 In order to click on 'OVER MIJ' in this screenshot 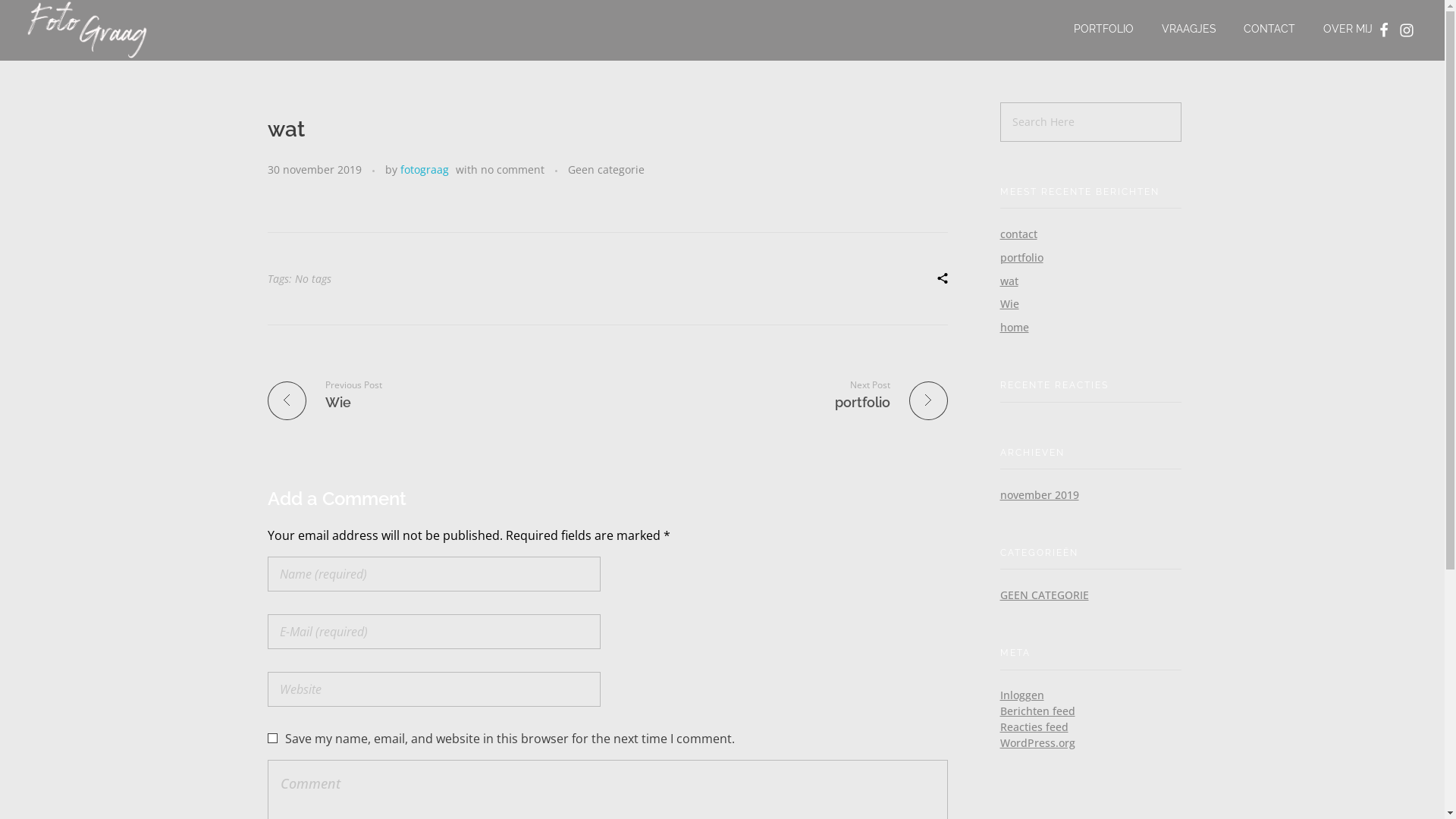, I will do `click(1309, 29)`.